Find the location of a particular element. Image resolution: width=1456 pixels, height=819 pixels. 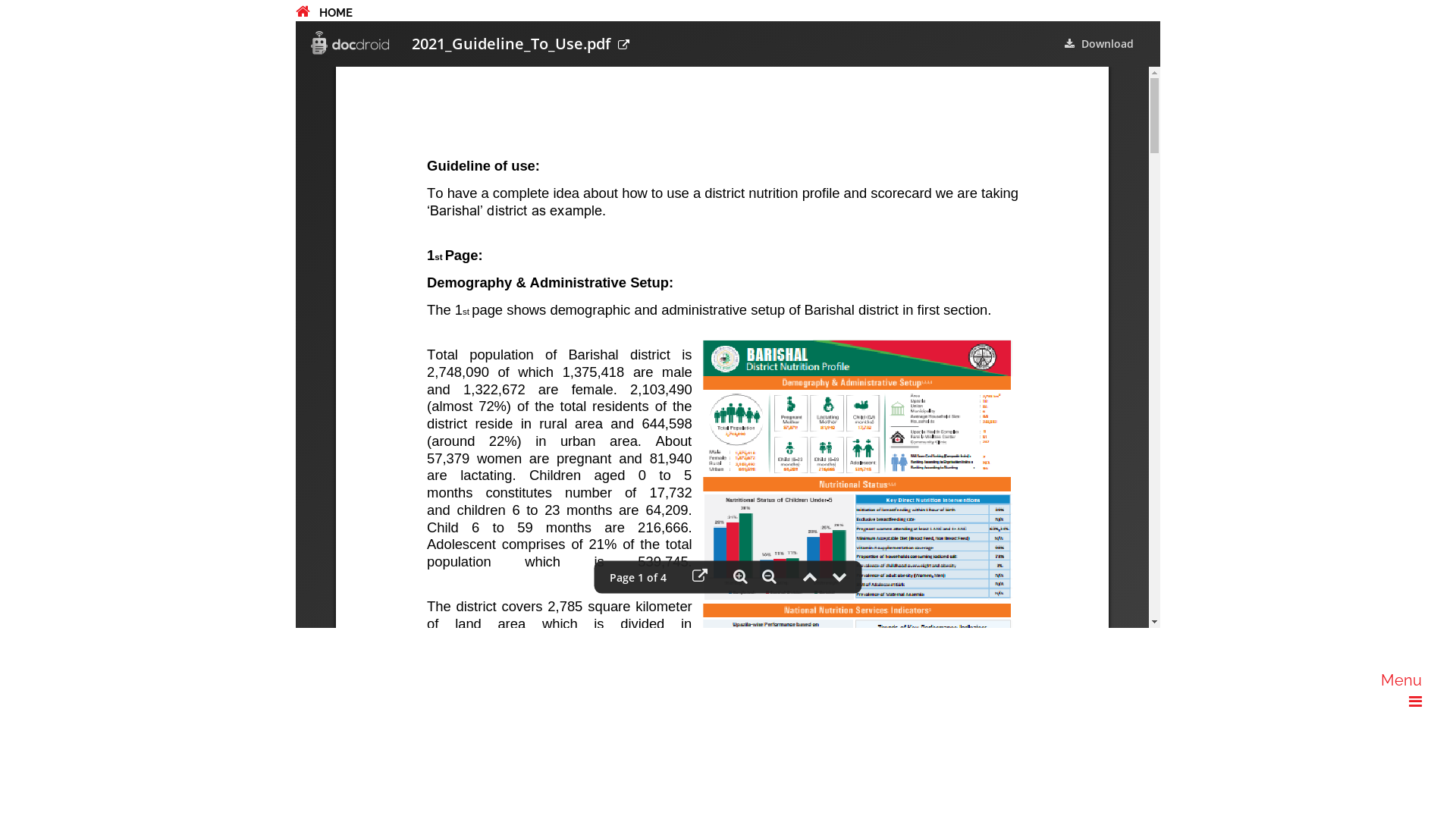

'HOME' is located at coordinates (323, 12).